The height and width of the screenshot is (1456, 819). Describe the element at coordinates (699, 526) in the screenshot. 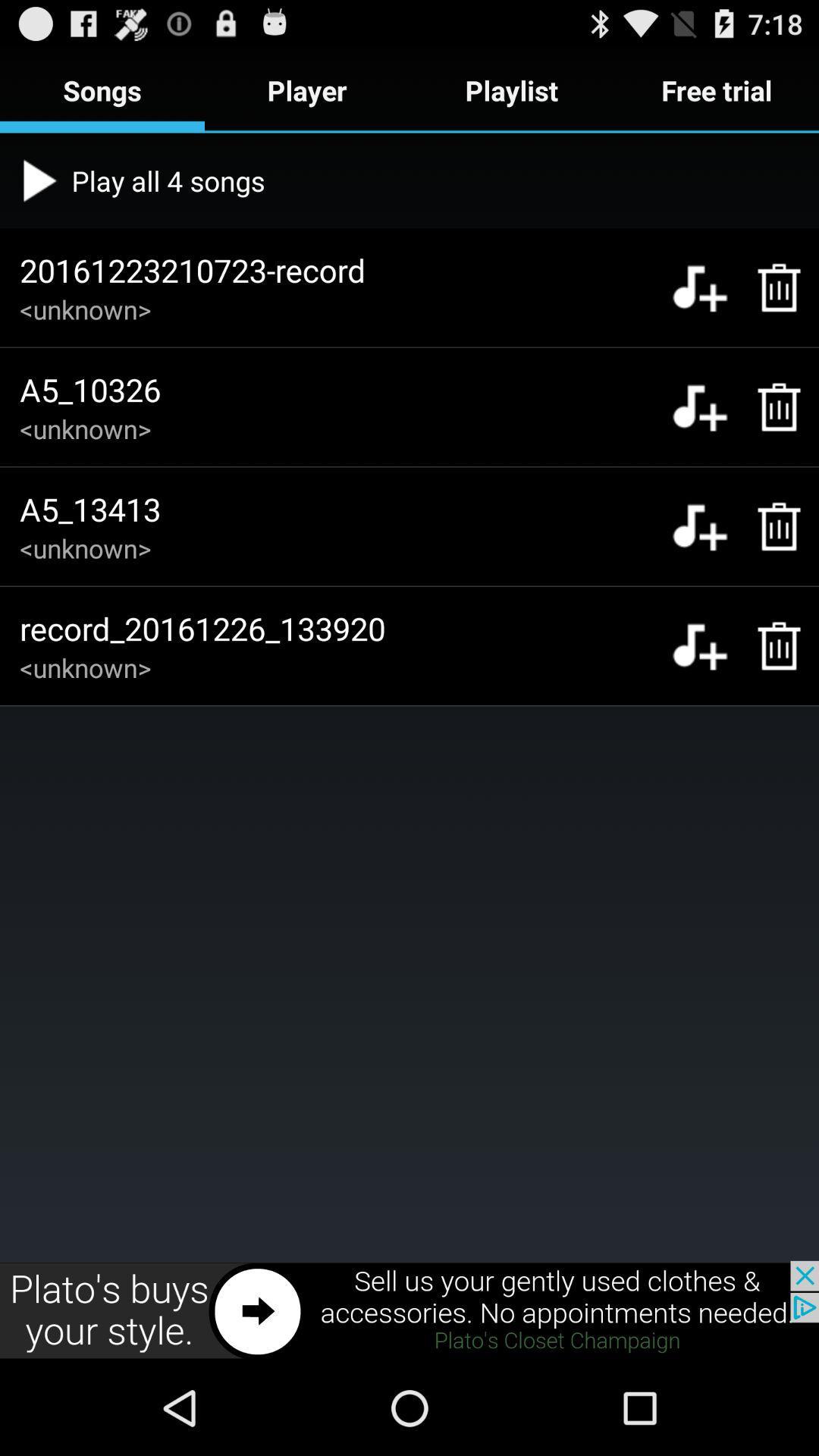

I see `song key` at that location.